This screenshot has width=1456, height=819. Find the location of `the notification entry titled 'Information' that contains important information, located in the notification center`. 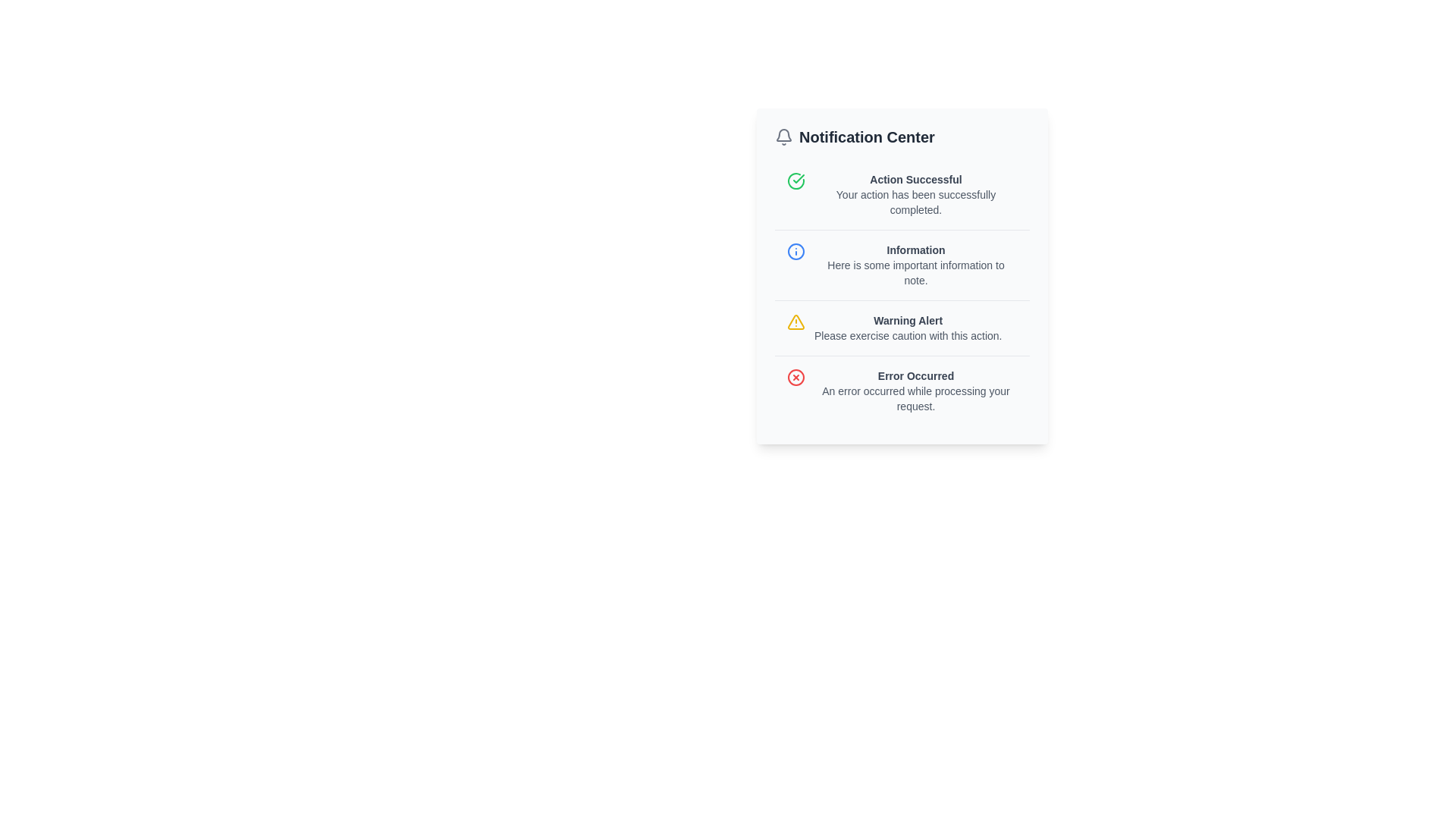

the notification entry titled 'Information' that contains important information, located in the notification center is located at coordinates (902, 293).